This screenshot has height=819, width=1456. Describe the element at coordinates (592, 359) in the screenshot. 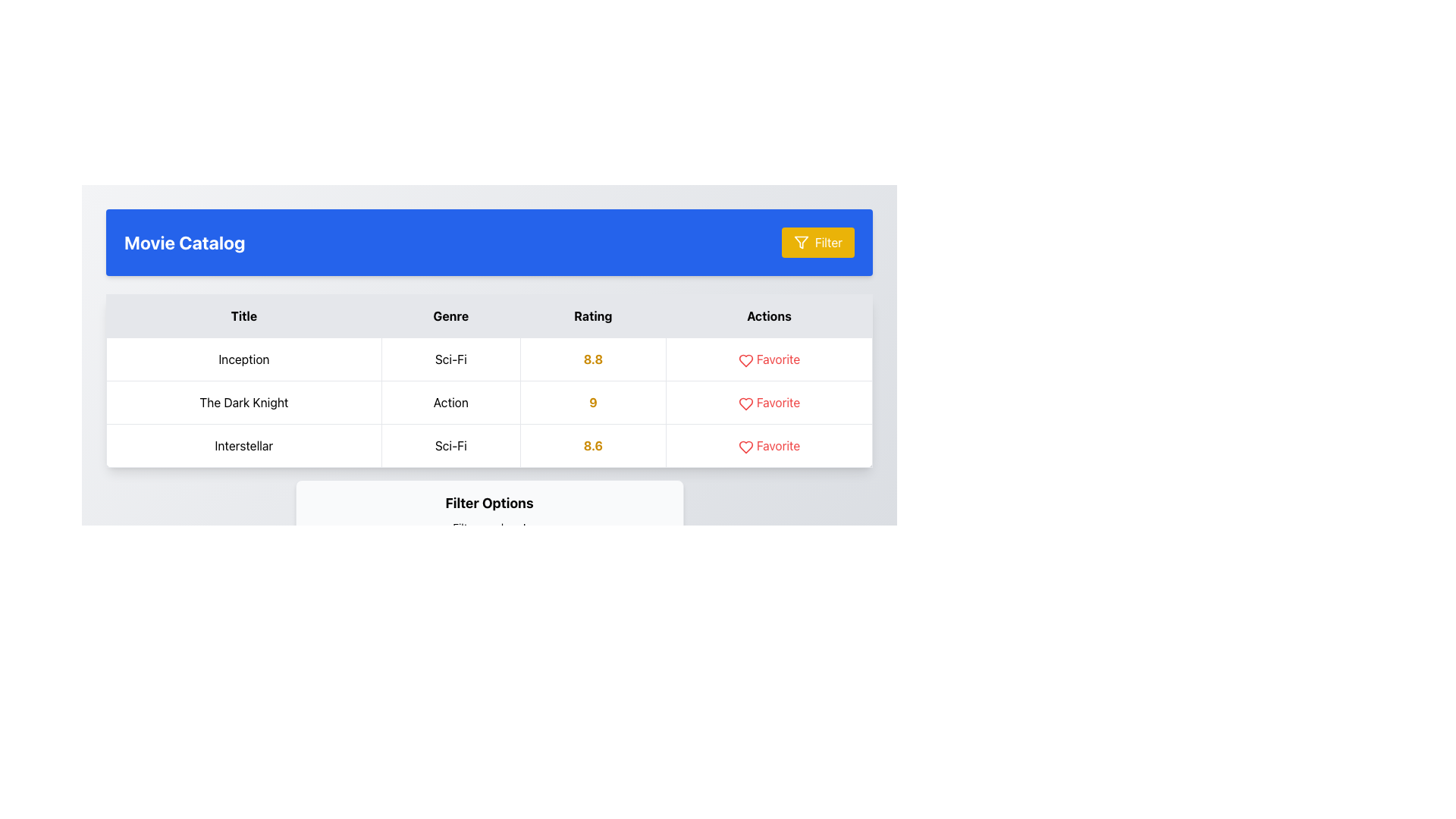

I see `the text label displaying the numerical rating for the movie 'Inception', which is located in the third cell of the first row under the 'Rating' header` at that location.